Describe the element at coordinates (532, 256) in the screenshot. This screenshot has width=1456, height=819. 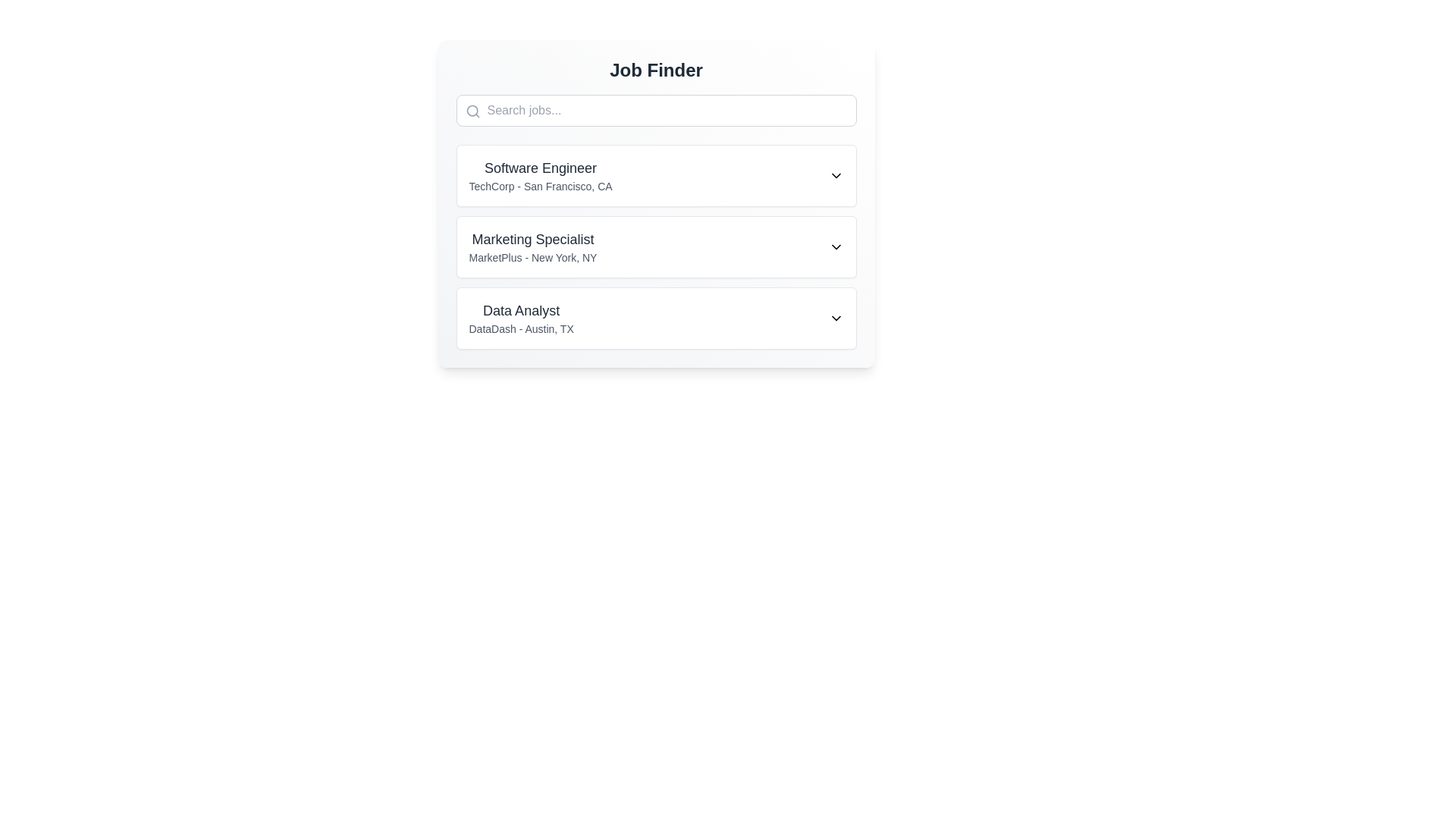
I see `the text display that provides additional details about the job opportunity, located directly below the 'Marketing Specialist' title in the card UI layout` at that location.